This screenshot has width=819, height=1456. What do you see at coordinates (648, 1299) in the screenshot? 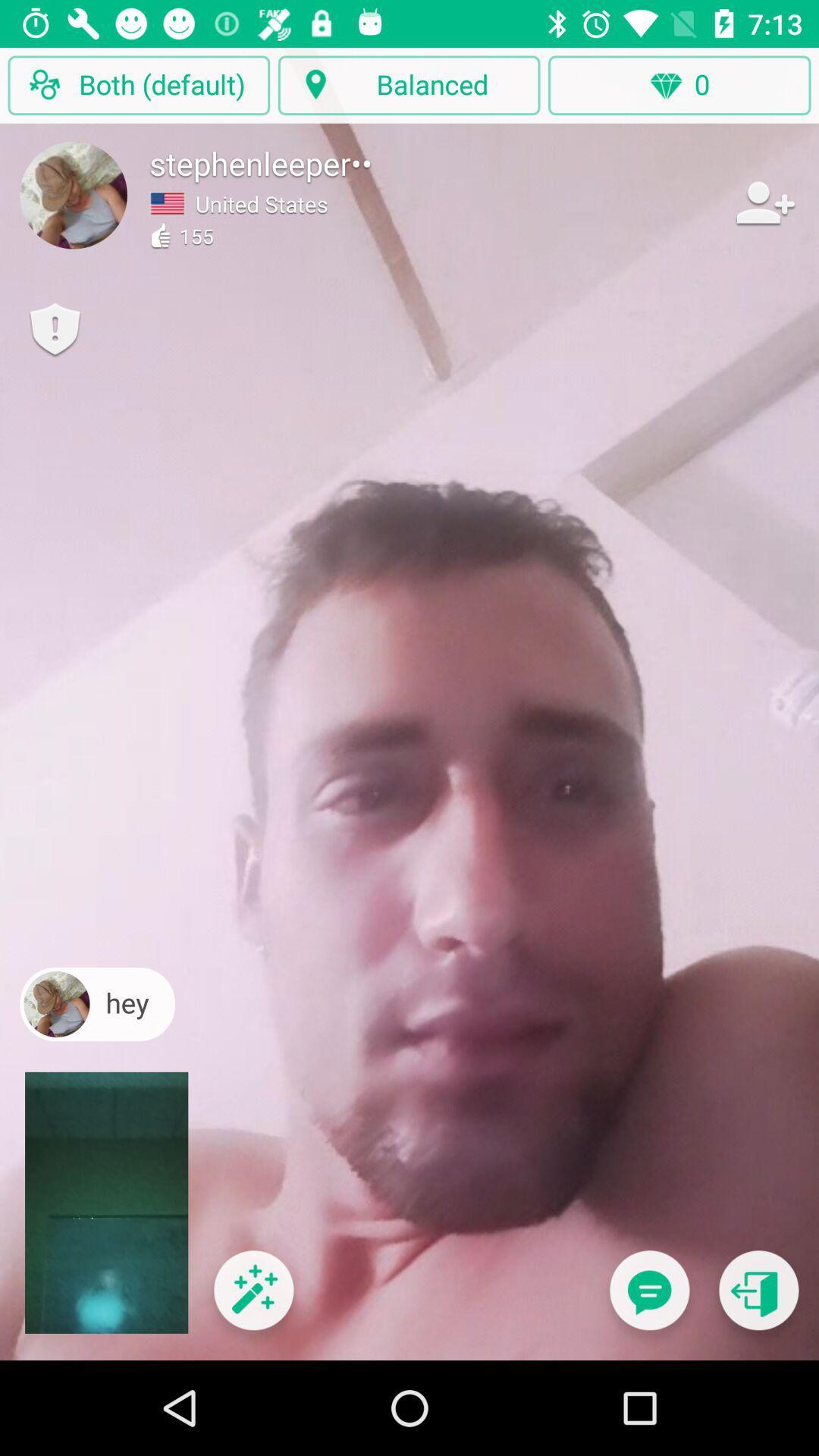
I see `message button` at bounding box center [648, 1299].